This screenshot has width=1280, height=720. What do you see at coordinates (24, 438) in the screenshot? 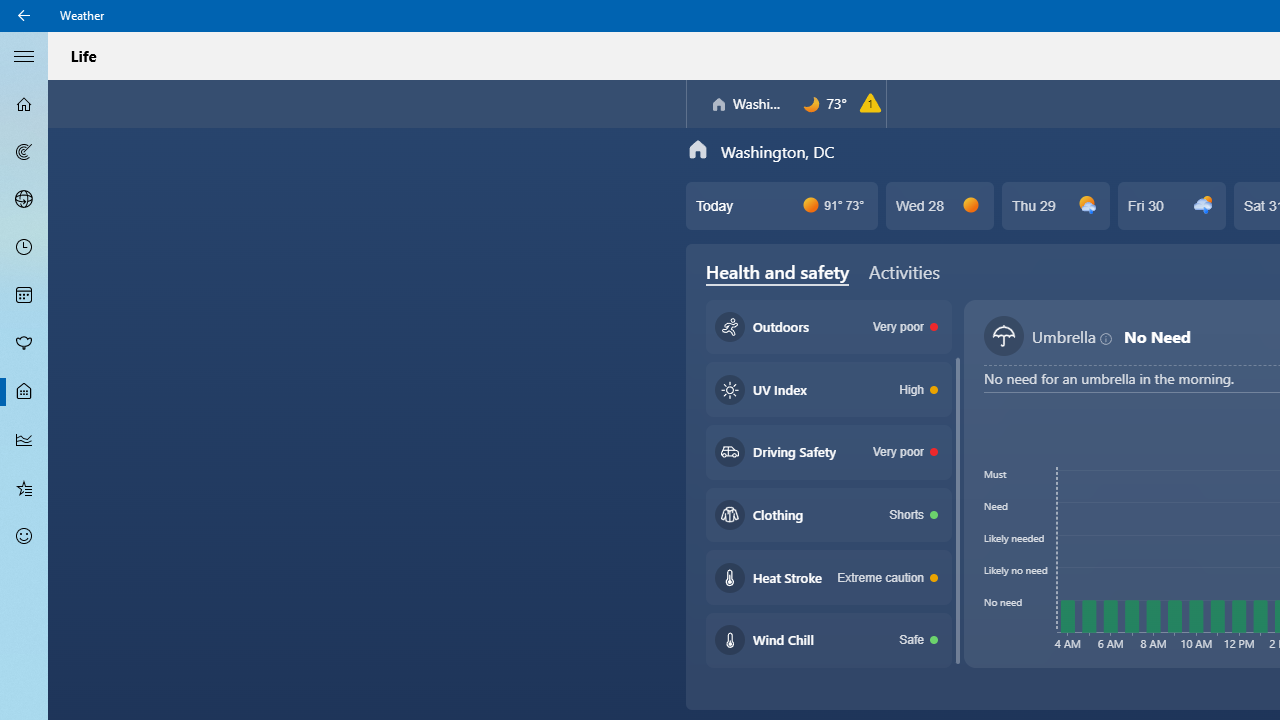
I see `'Historical Weather - Not Selected'` at bounding box center [24, 438].